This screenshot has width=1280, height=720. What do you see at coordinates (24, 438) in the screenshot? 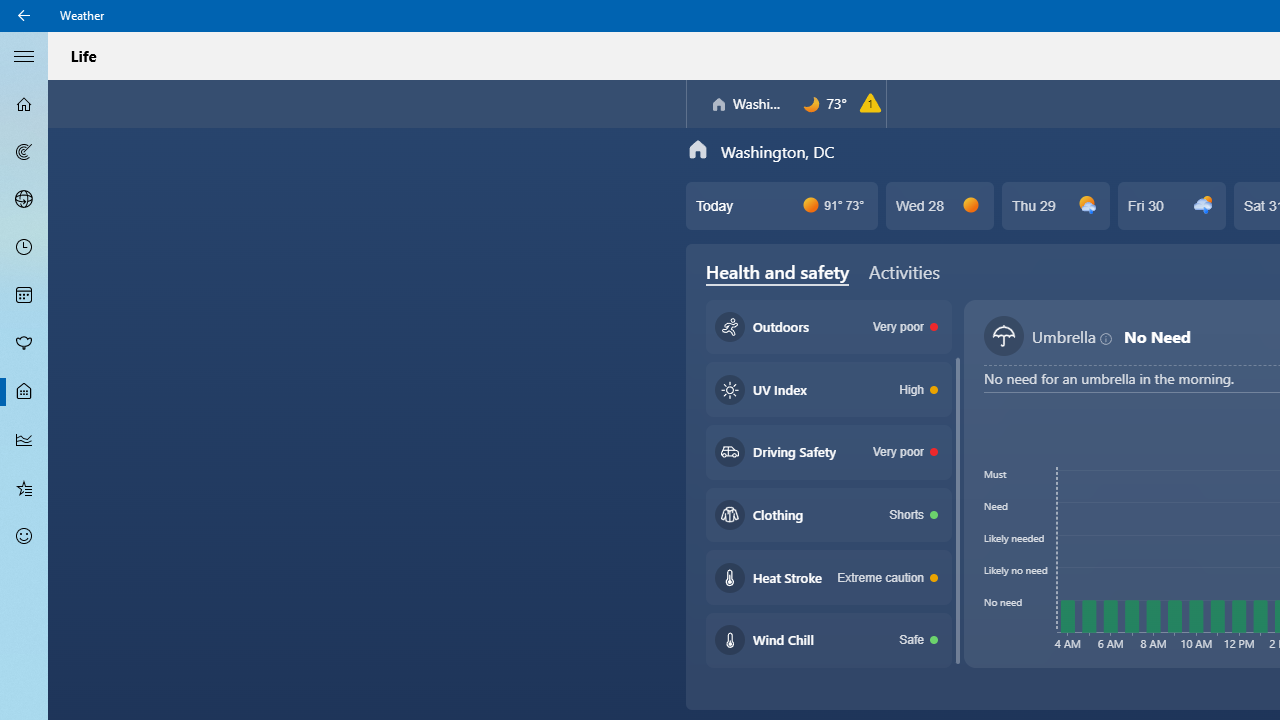
I see `'Historical Weather - Not Selected'` at bounding box center [24, 438].